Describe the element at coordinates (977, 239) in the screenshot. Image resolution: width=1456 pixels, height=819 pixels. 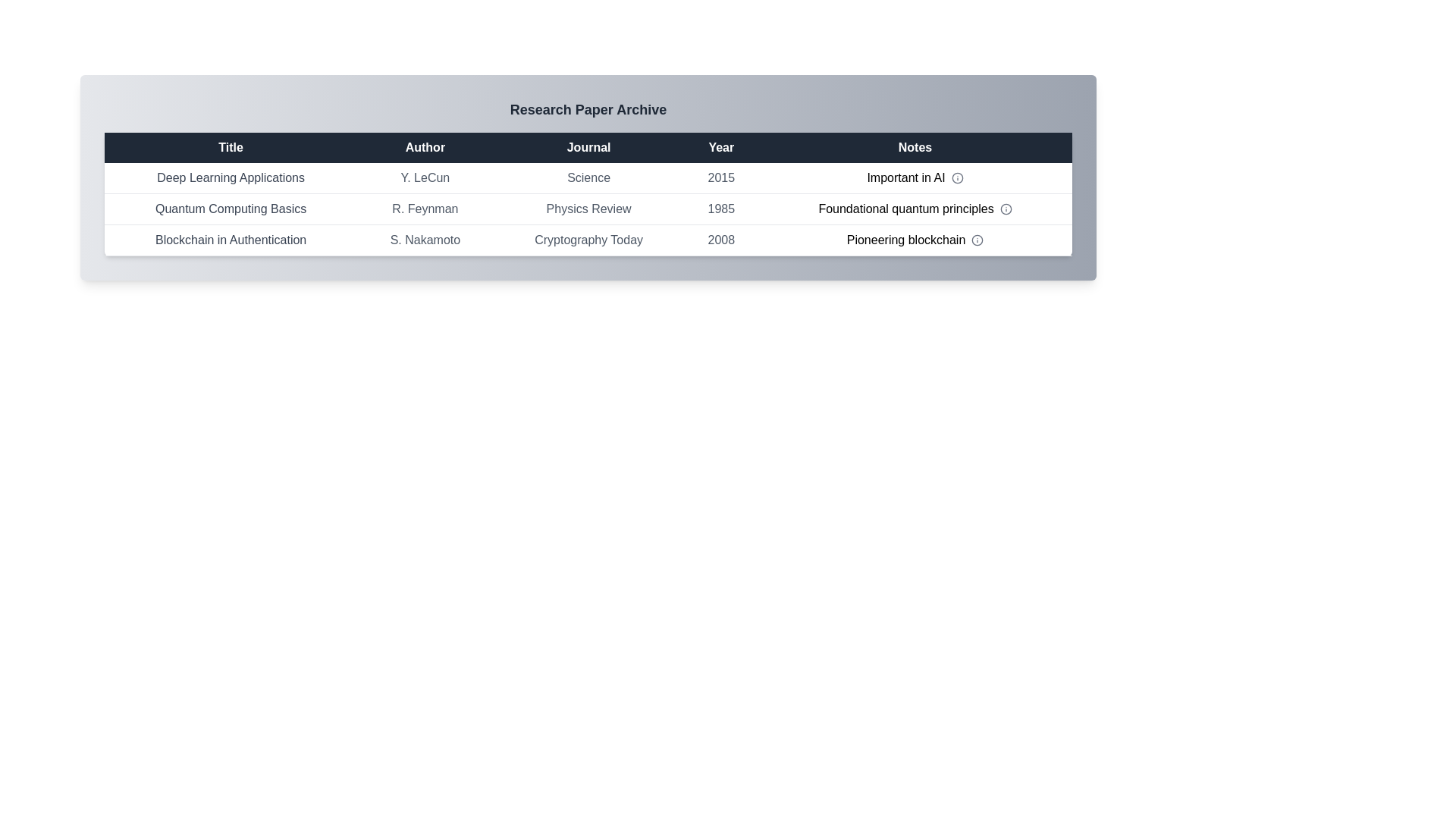
I see `the info icon for the row corresponding to Blockchain in Authentication` at that location.